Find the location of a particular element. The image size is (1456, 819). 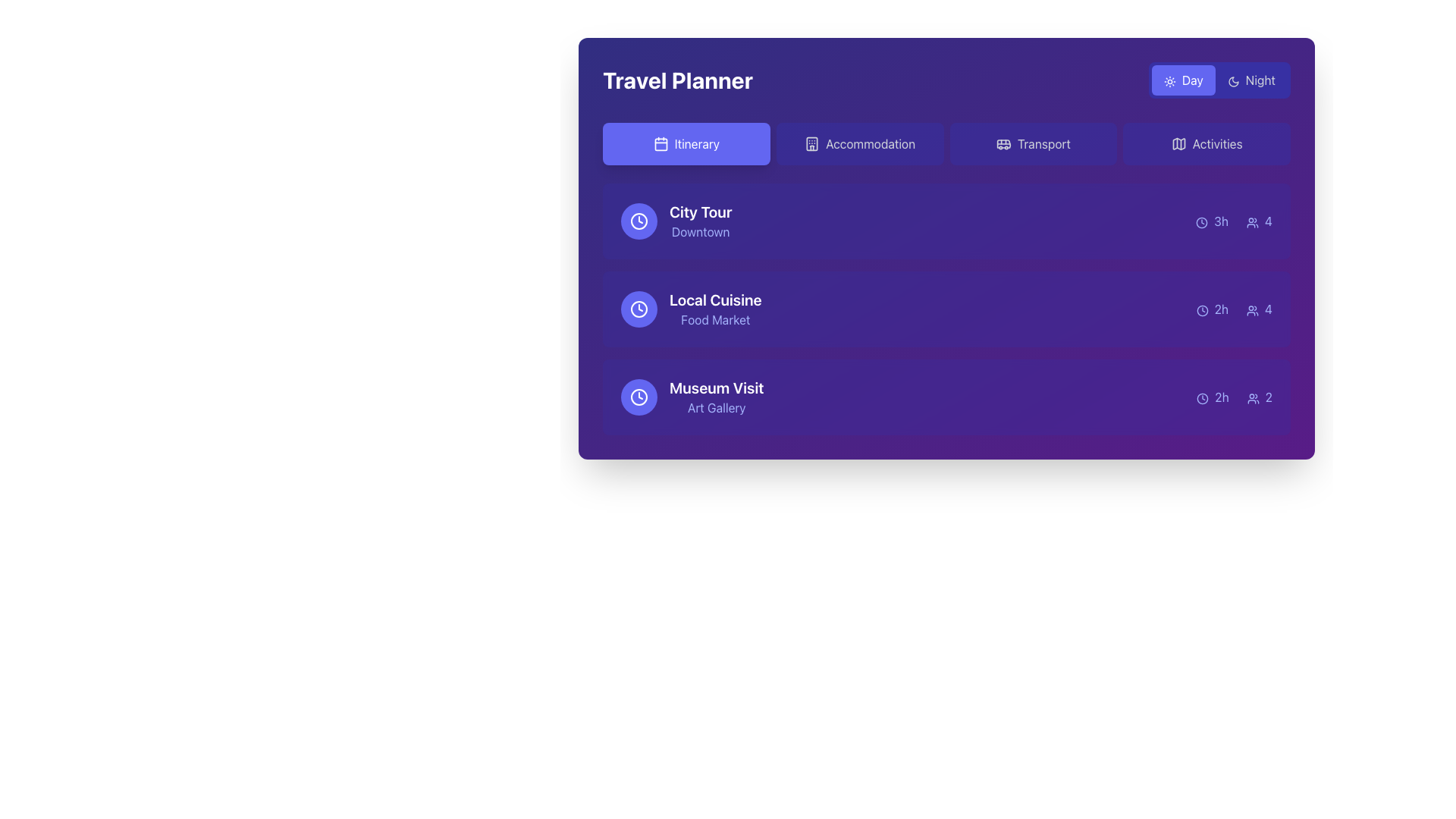

the 'Local Cuisine' list item is located at coordinates (946, 309).